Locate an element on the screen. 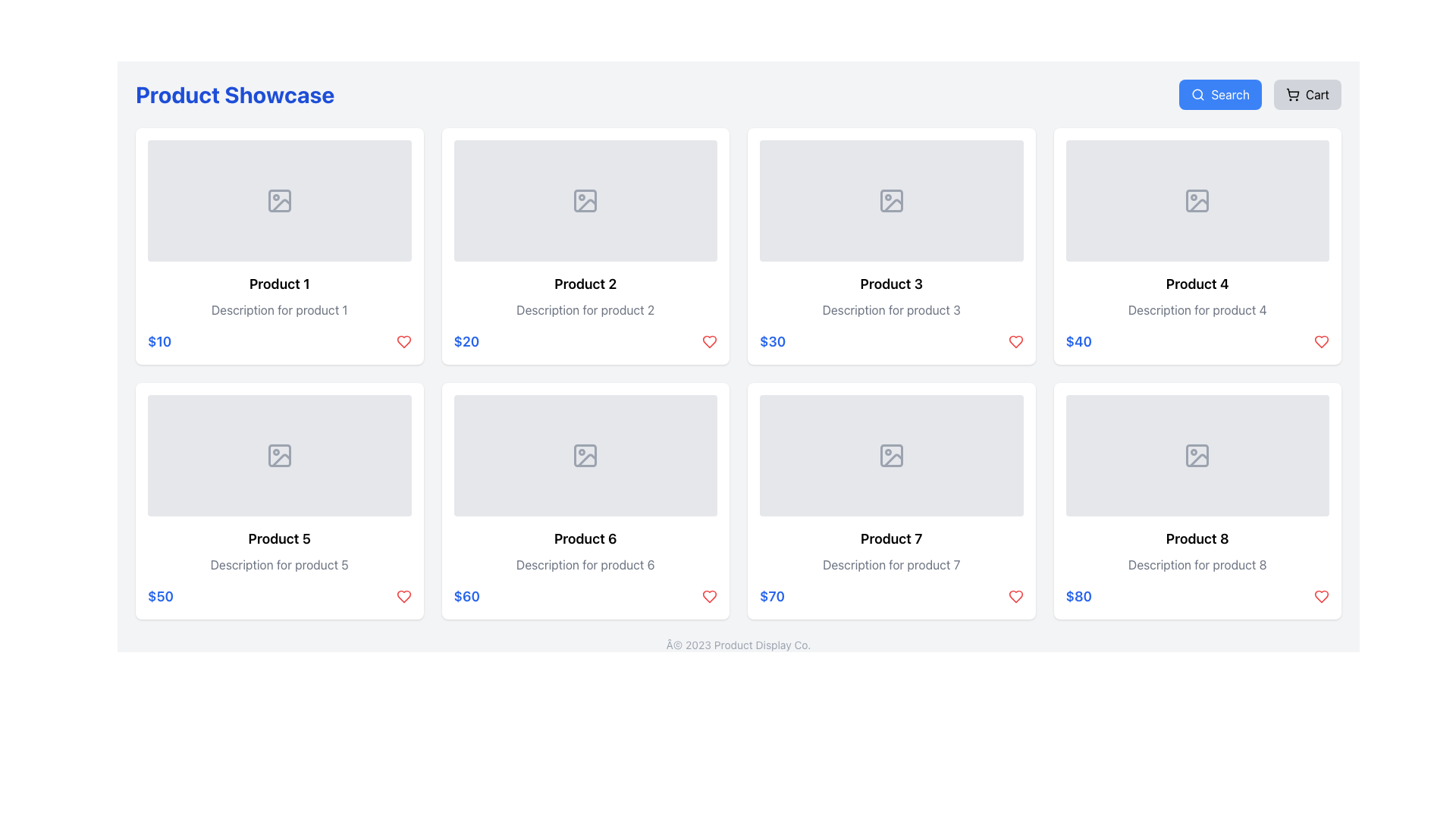 The image size is (1456, 819). the Image Placeholder located in the 'Product 7' card, which is the second card from the left in the bottom row, indicating where the visual representation of the product would appear is located at coordinates (891, 455).